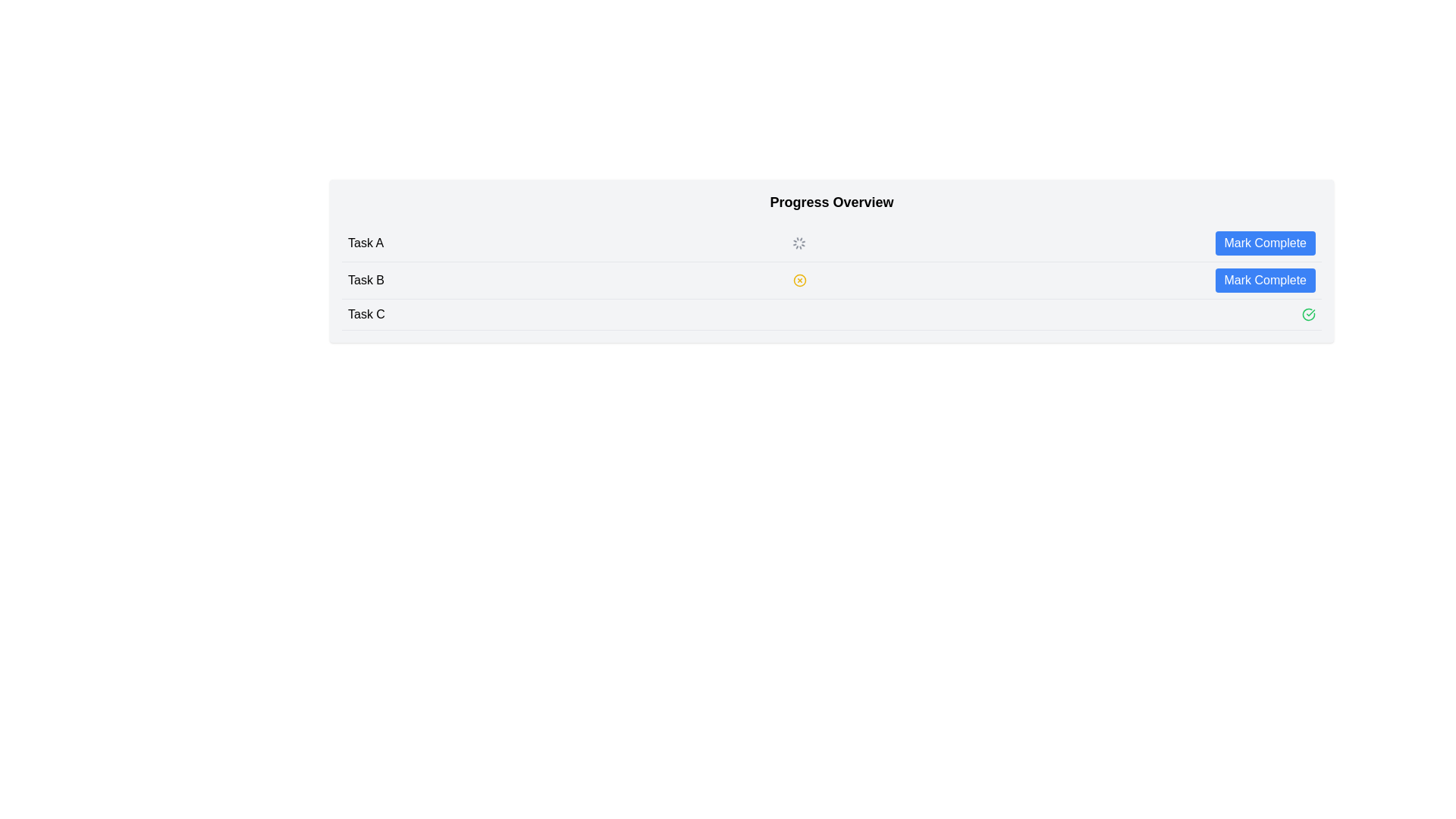  What do you see at coordinates (366, 242) in the screenshot?
I see `the 'Task A' text label to focus on or select the item` at bounding box center [366, 242].